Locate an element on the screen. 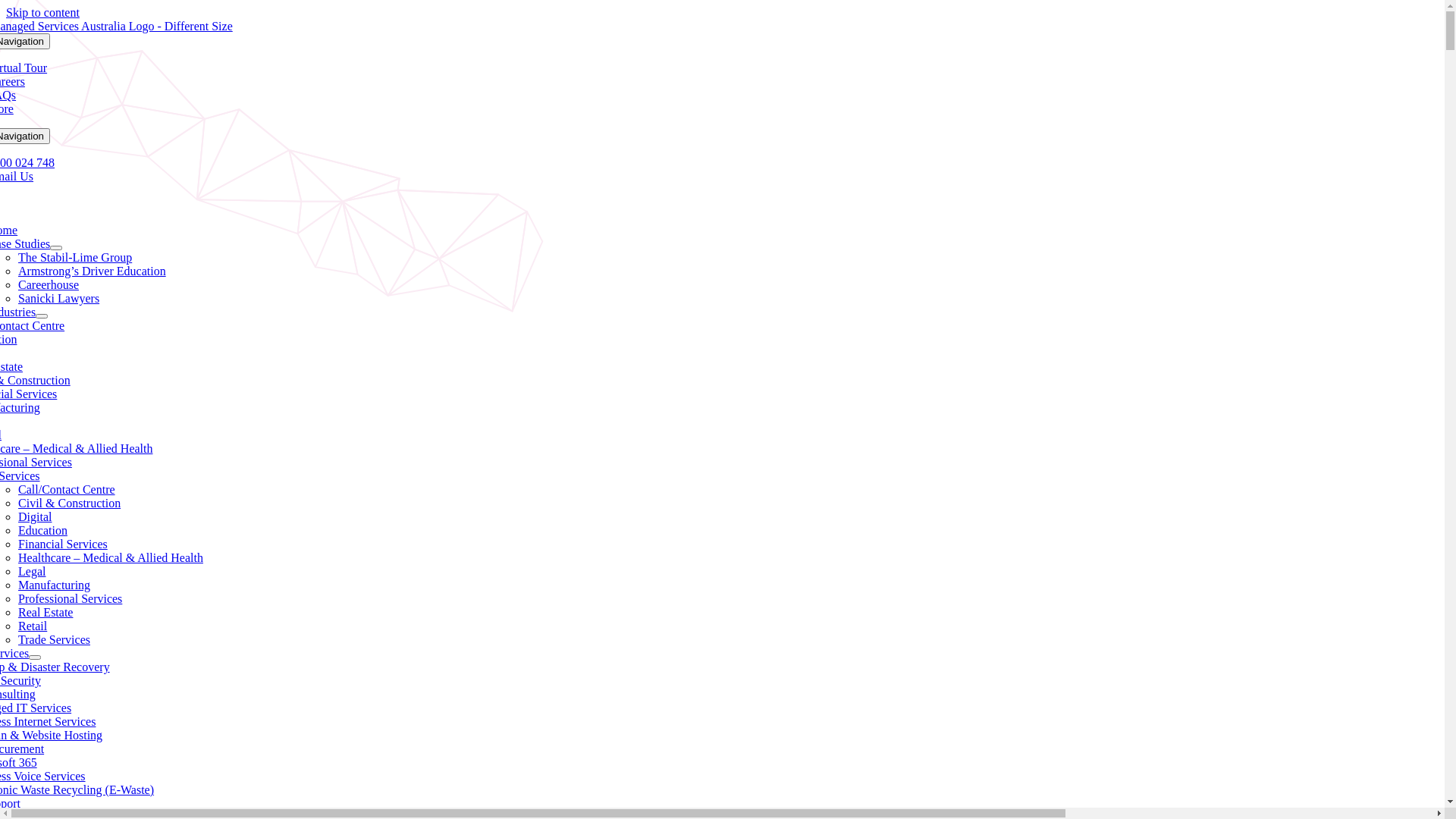  'Real Estate' is located at coordinates (18, 611).